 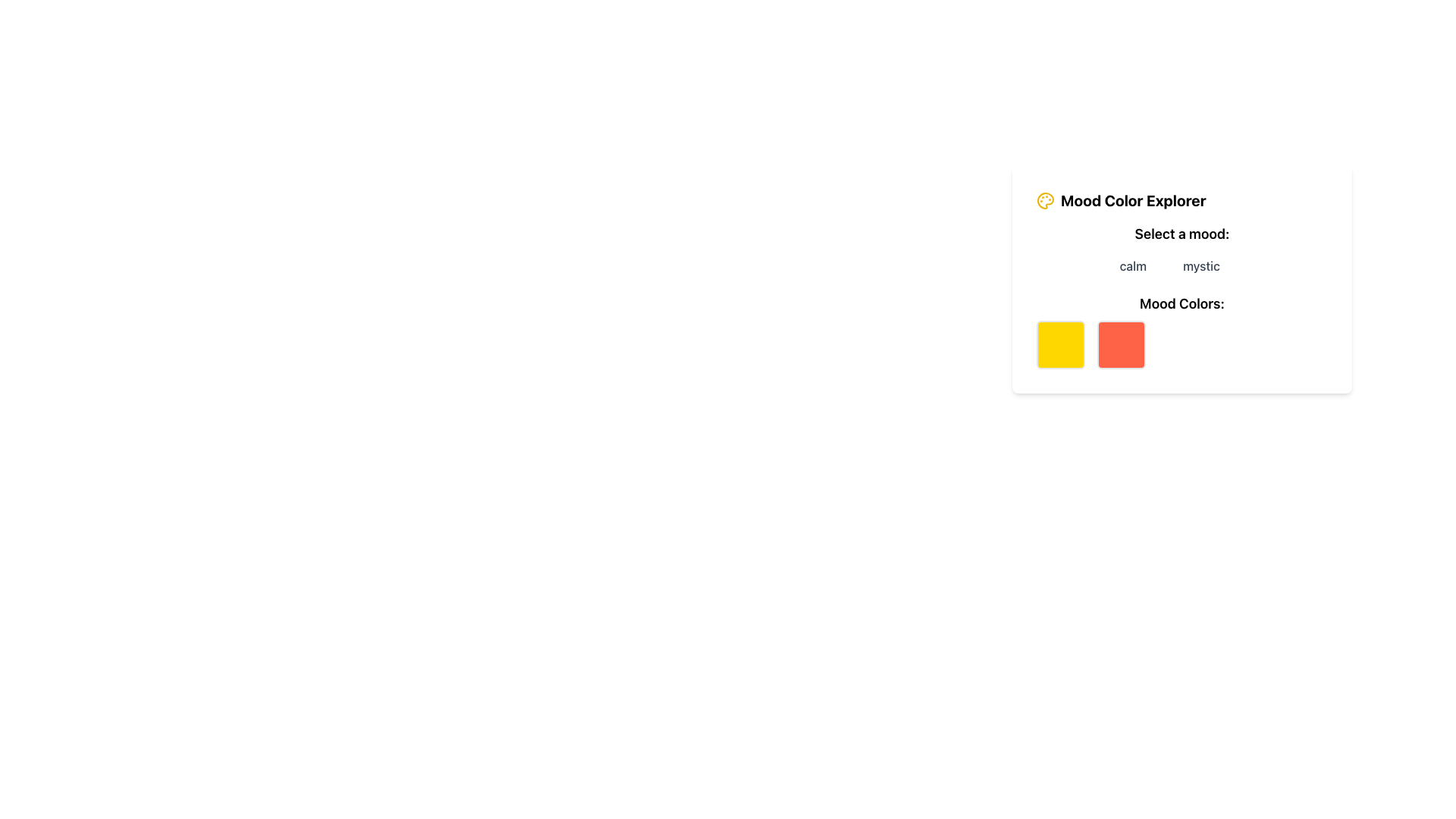 I want to click on the 'happy' button with a blue background, so click(x=1065, y=265).